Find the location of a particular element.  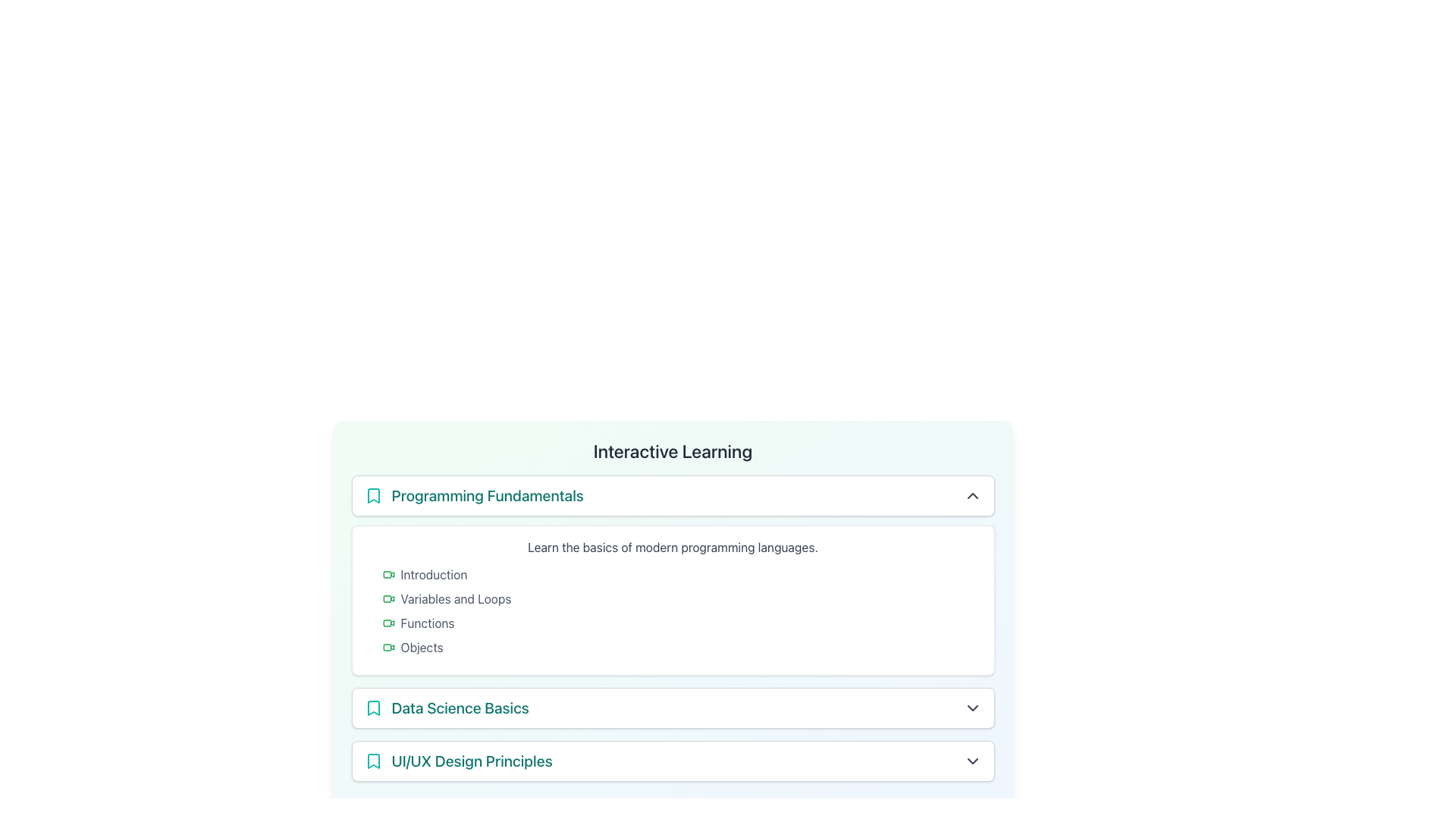

the collapse icon located at the top-right corner of the 'Programming Fundamentals' section header to hide its content is located at coordinates (972, 496).